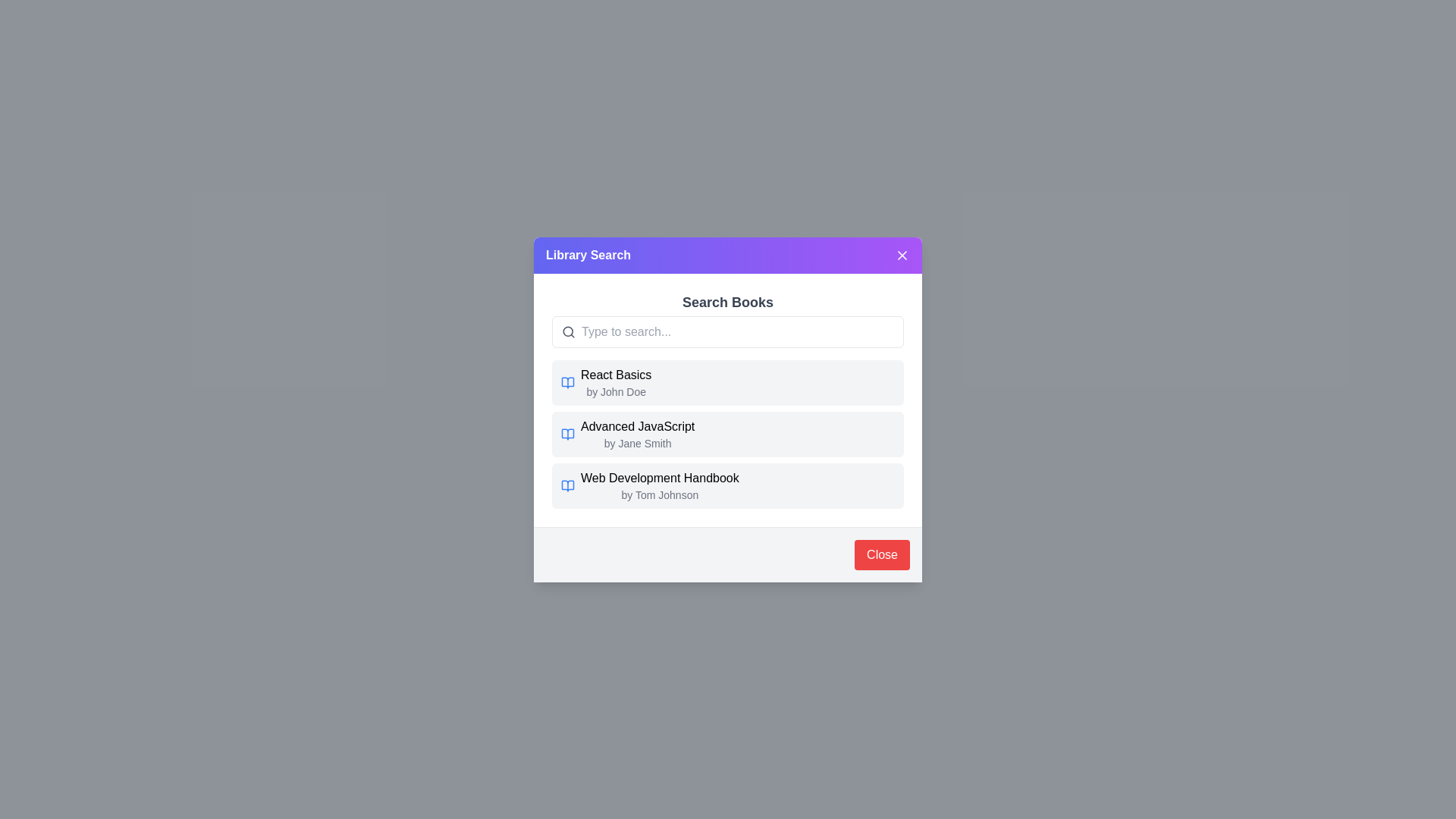  Describe the element at coordinates (728, 302) in the screenshot. I see `the text label that indicates the purpose of the search input field for books, positioned at the top of the modal interface` at that location.